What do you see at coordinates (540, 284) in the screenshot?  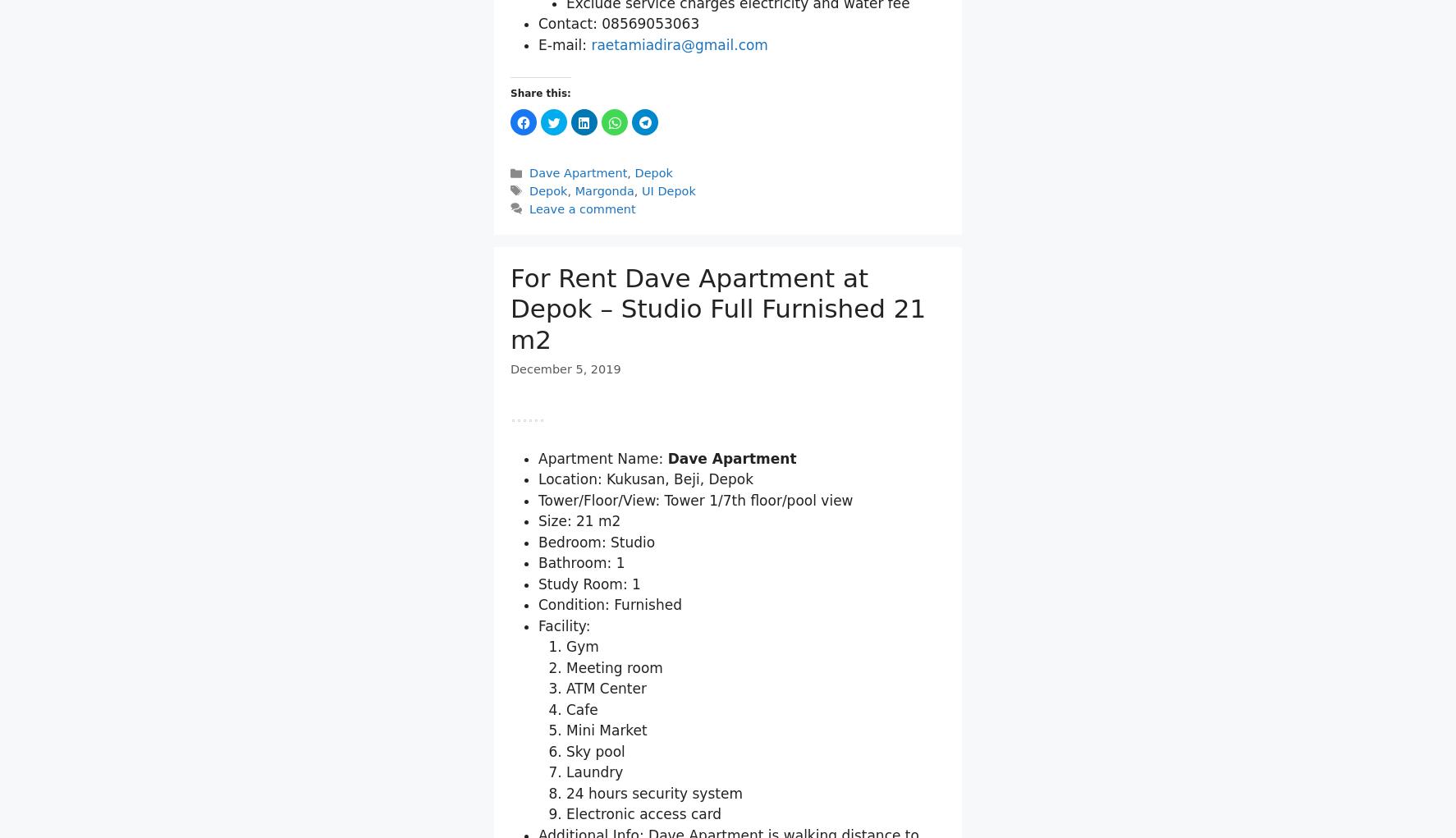 I see `'Share this:'` at bounding box center [540, 284].